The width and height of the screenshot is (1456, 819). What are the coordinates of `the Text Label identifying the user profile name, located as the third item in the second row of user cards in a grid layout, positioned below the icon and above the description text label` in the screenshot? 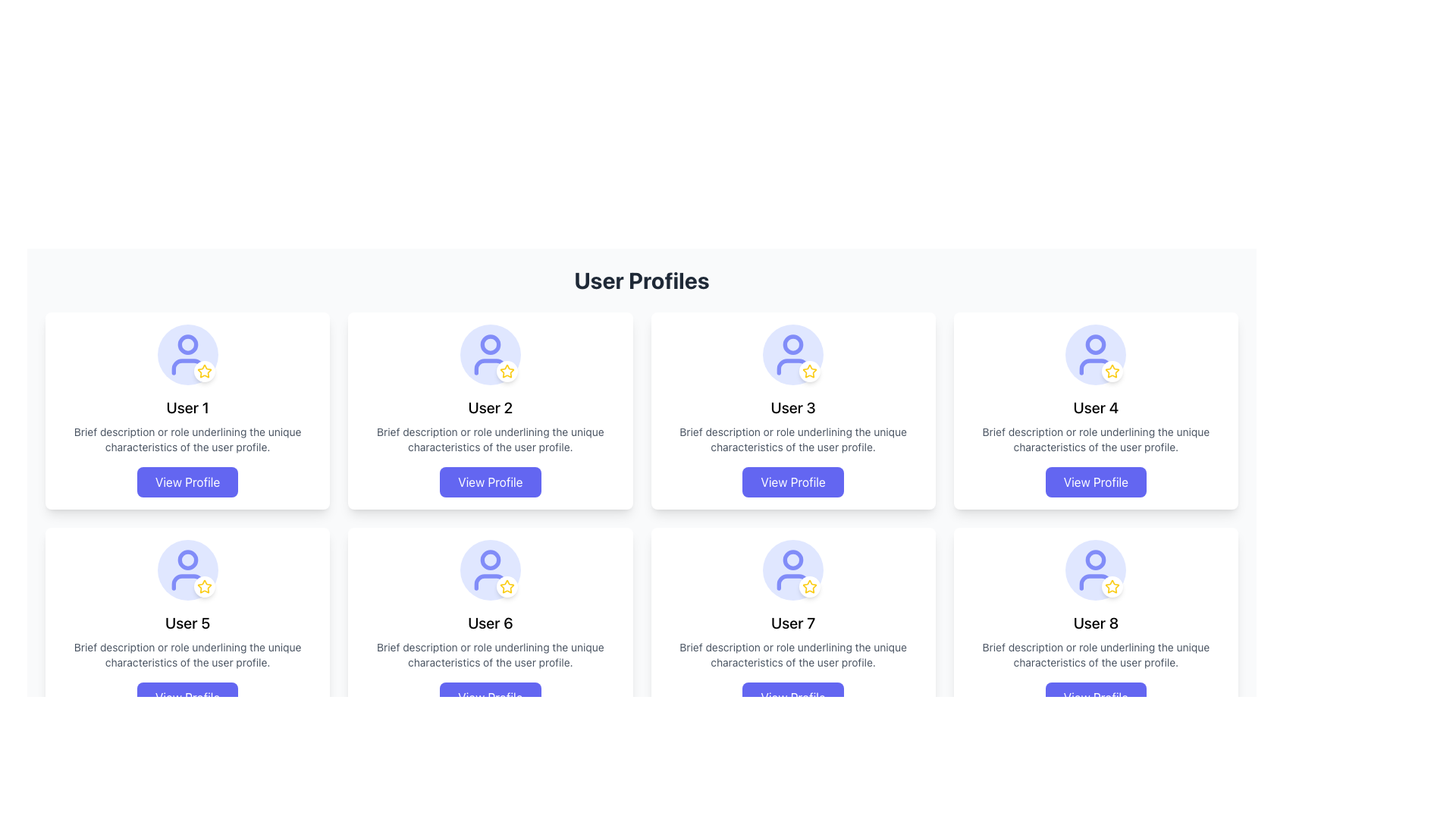 It's located at (792, 406).